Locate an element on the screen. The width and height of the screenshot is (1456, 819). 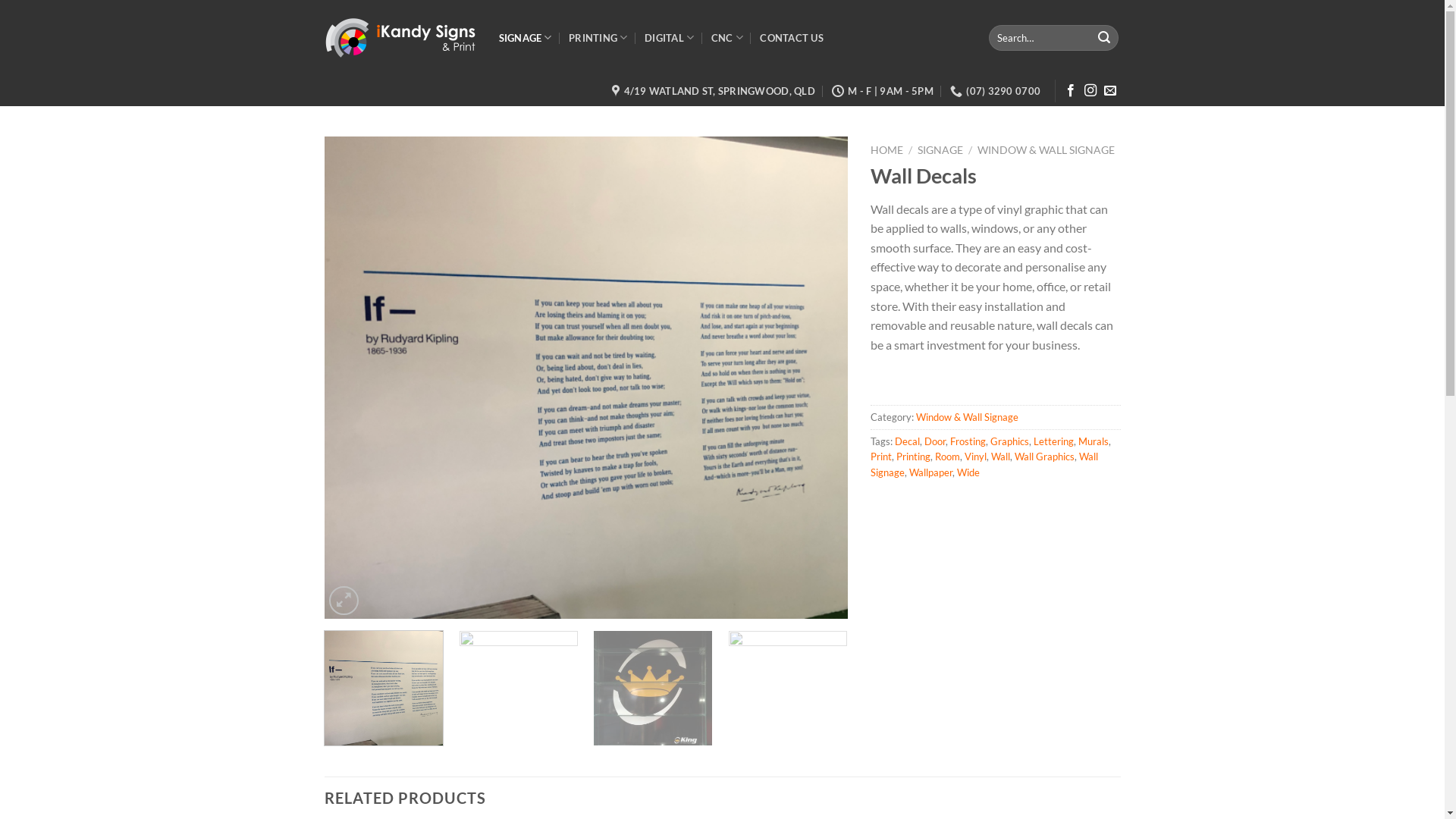
'Vinyl' is located at coordinates (964, 455).